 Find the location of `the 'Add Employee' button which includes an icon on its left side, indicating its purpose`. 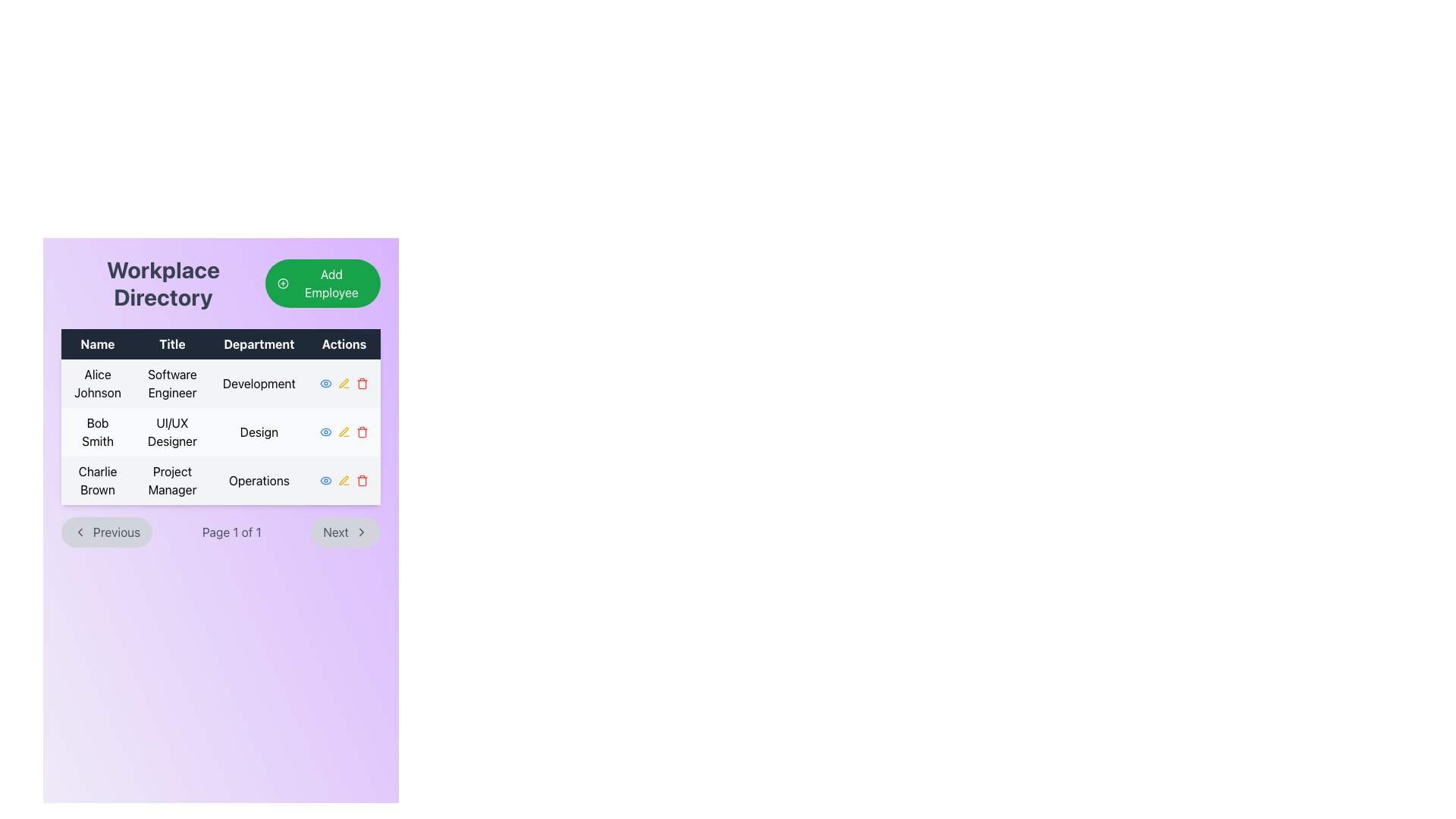

the 'Add Employee' button which includes an icon on its left side, indicating its purpose is located at coordinates (283, 284).